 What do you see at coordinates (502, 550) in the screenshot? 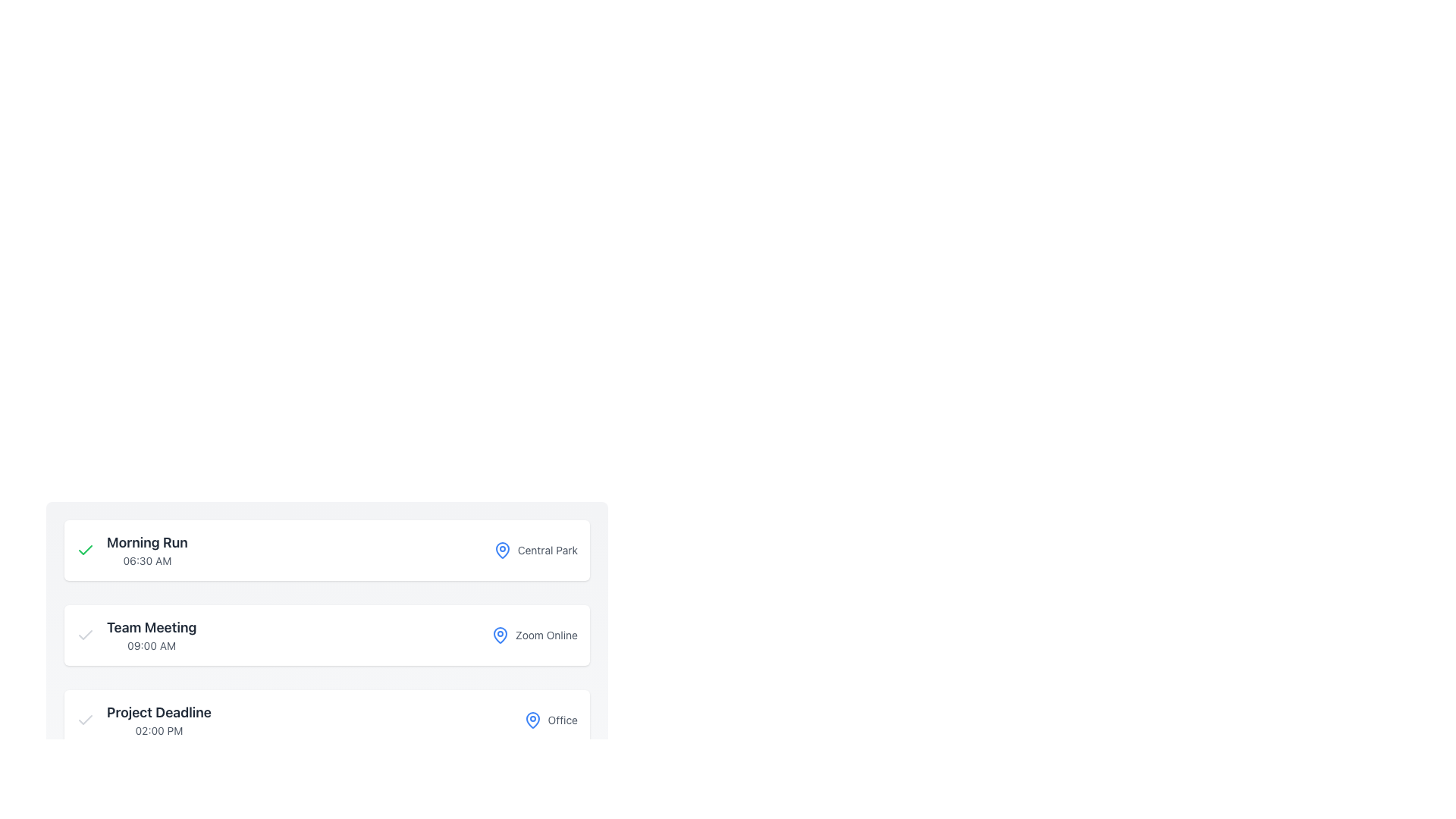
I see `the blue pin-like SVG icon associated with the 'Central Park' schedule entry located near the first list item` at bounding box center [502, 550].